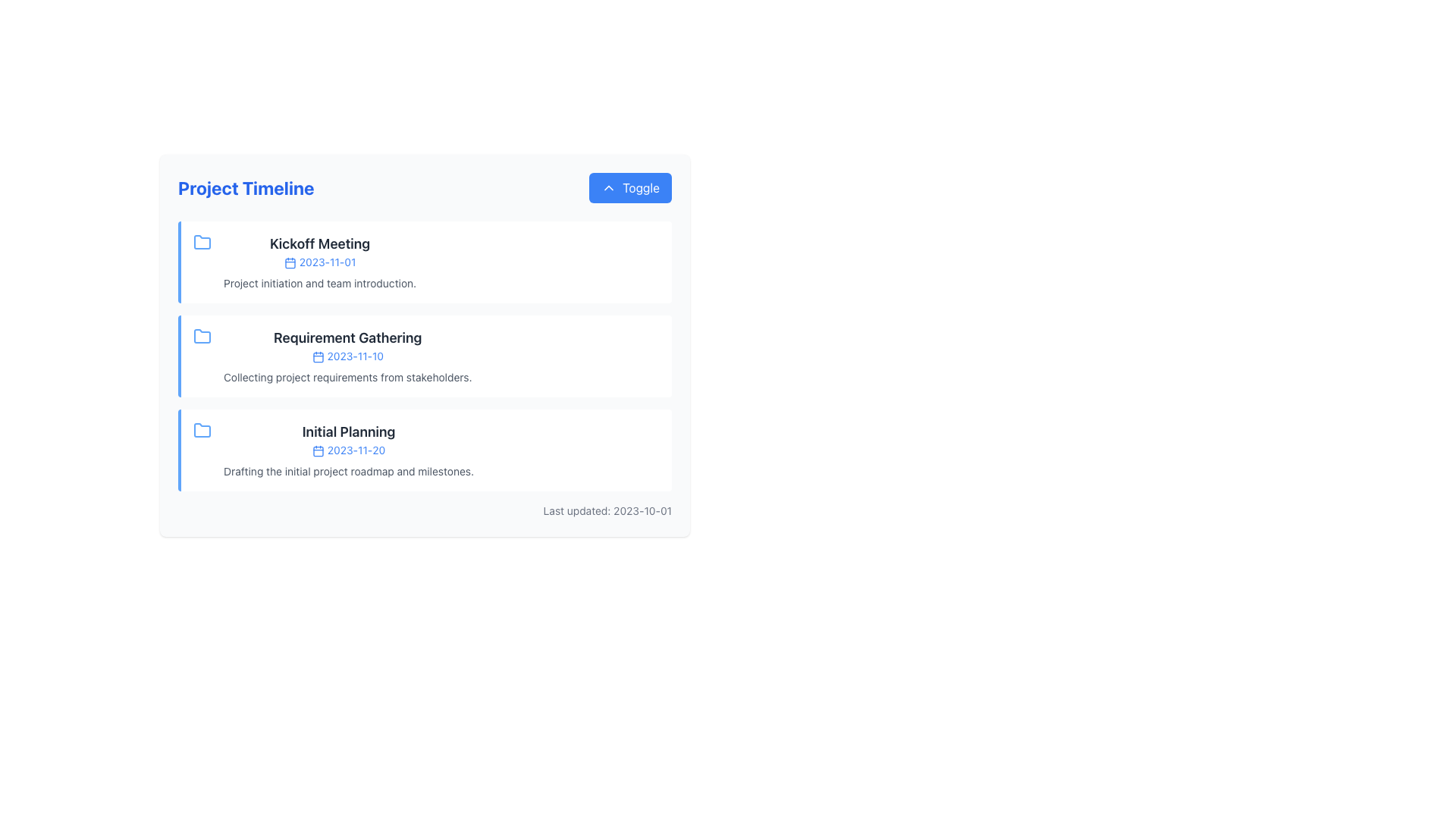 The height and width of the screenshot is (819, 1456). I want to click on the header of the timeline entry labeled 'Initial Planning', so click(348, 450).